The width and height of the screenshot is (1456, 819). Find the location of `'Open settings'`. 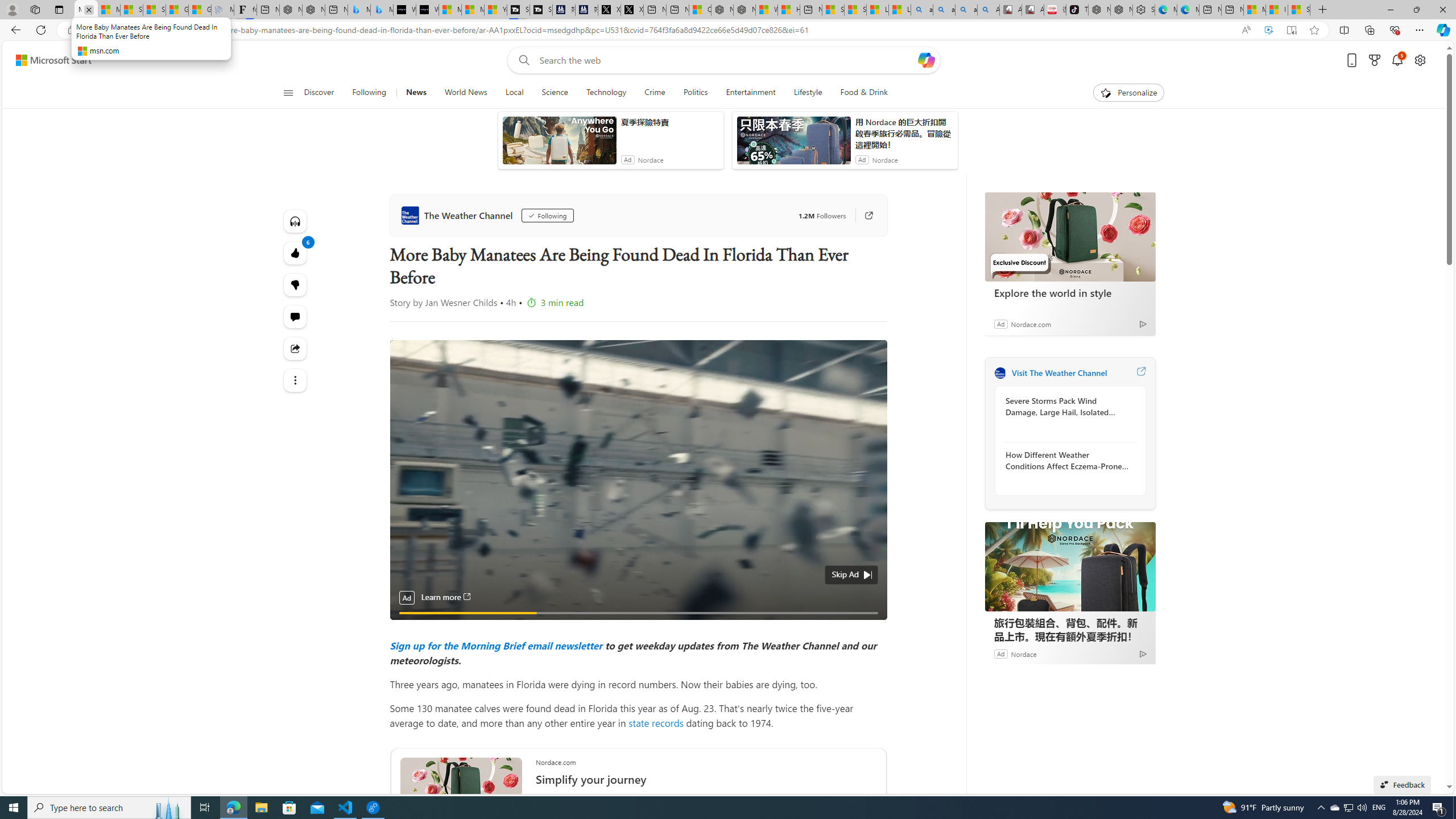

'Open settings' is located at coordinates (1420, 60).